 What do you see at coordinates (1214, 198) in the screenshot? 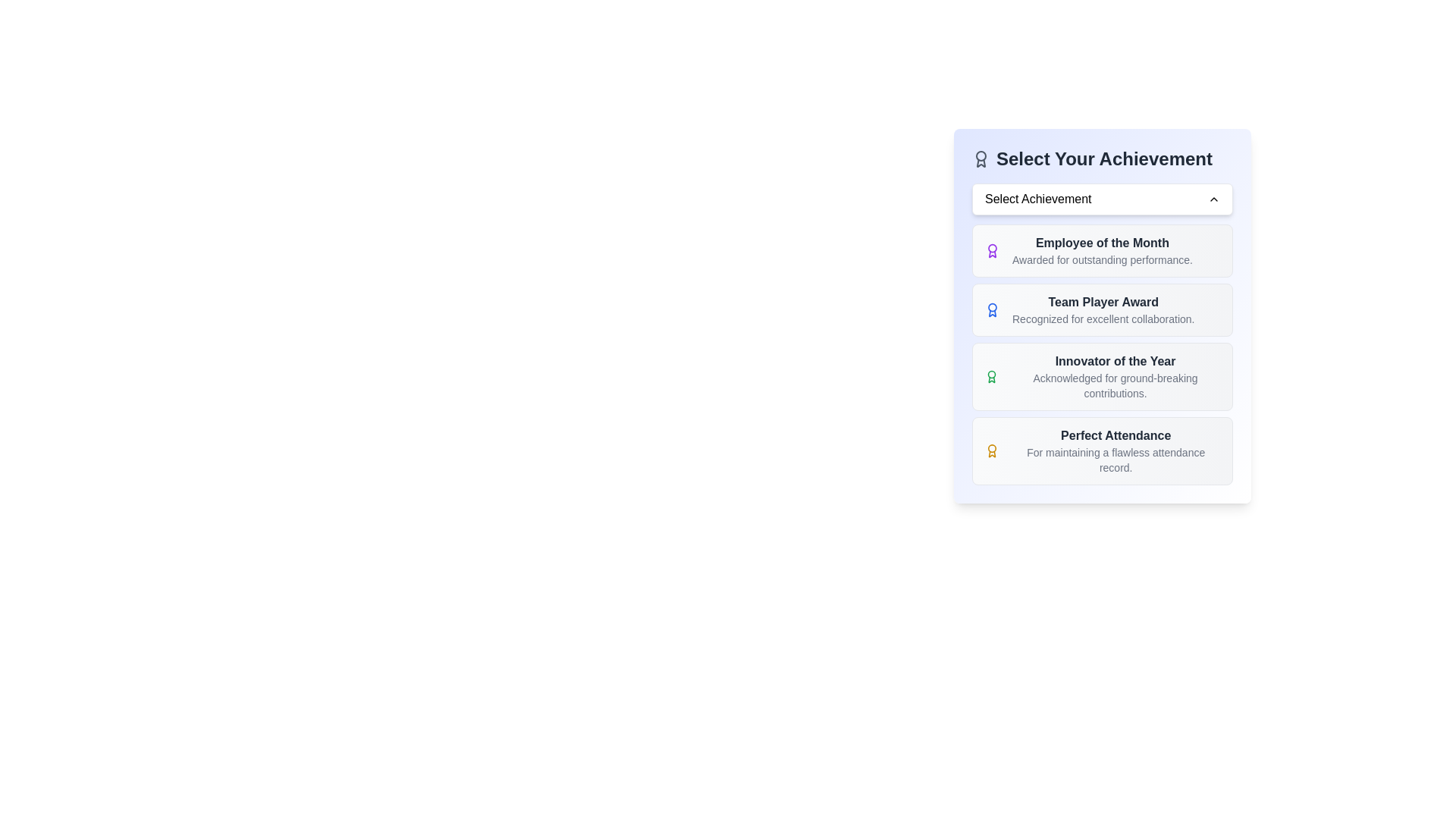
I see `the small black triangular upward-pointing chevron icon located to the far right of the 'Select Achievement' horizontal bar for visual feedback` at bounding box center [1214, 198].